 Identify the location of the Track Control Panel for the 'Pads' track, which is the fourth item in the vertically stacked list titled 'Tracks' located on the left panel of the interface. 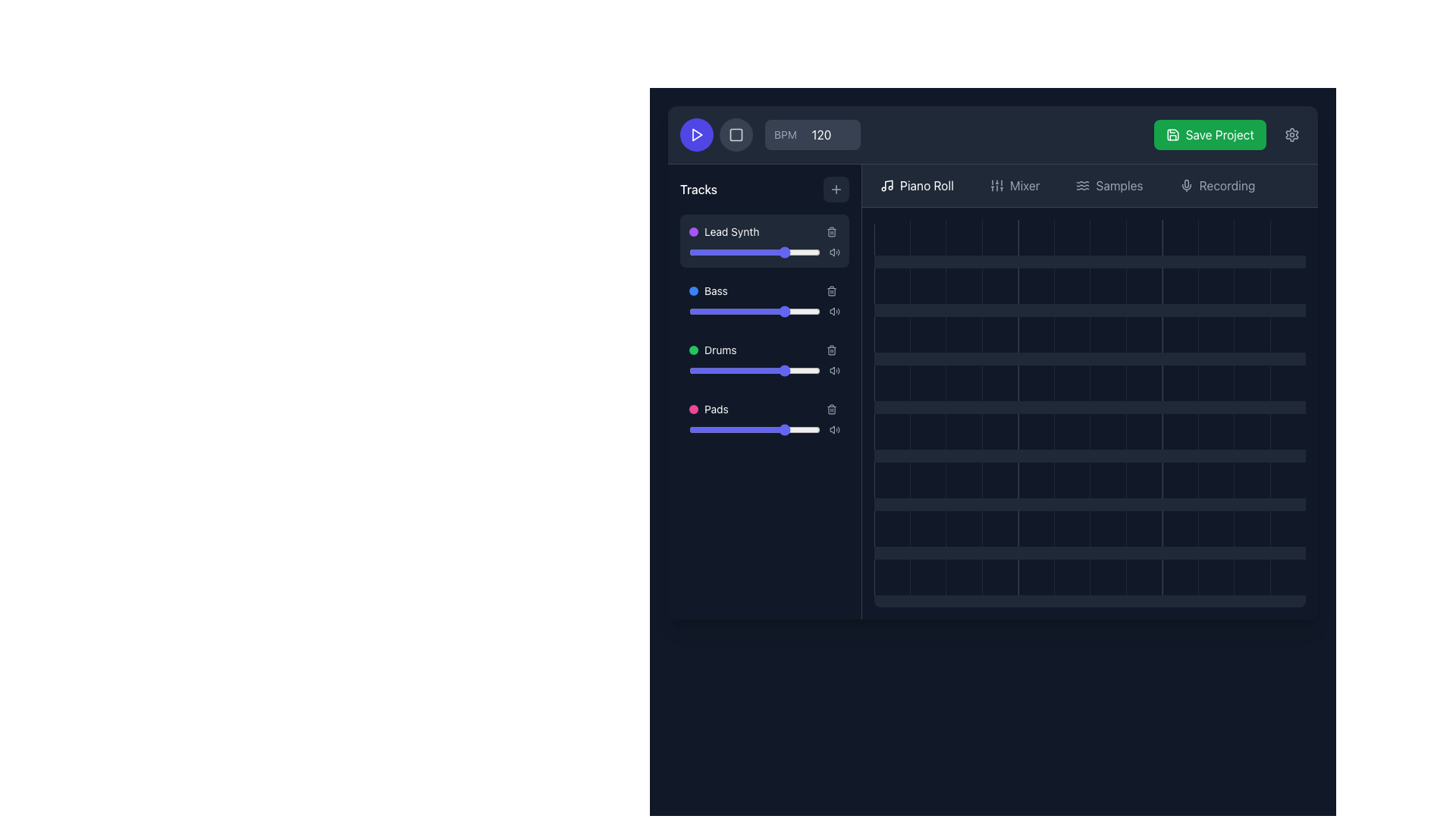
(764, 418).